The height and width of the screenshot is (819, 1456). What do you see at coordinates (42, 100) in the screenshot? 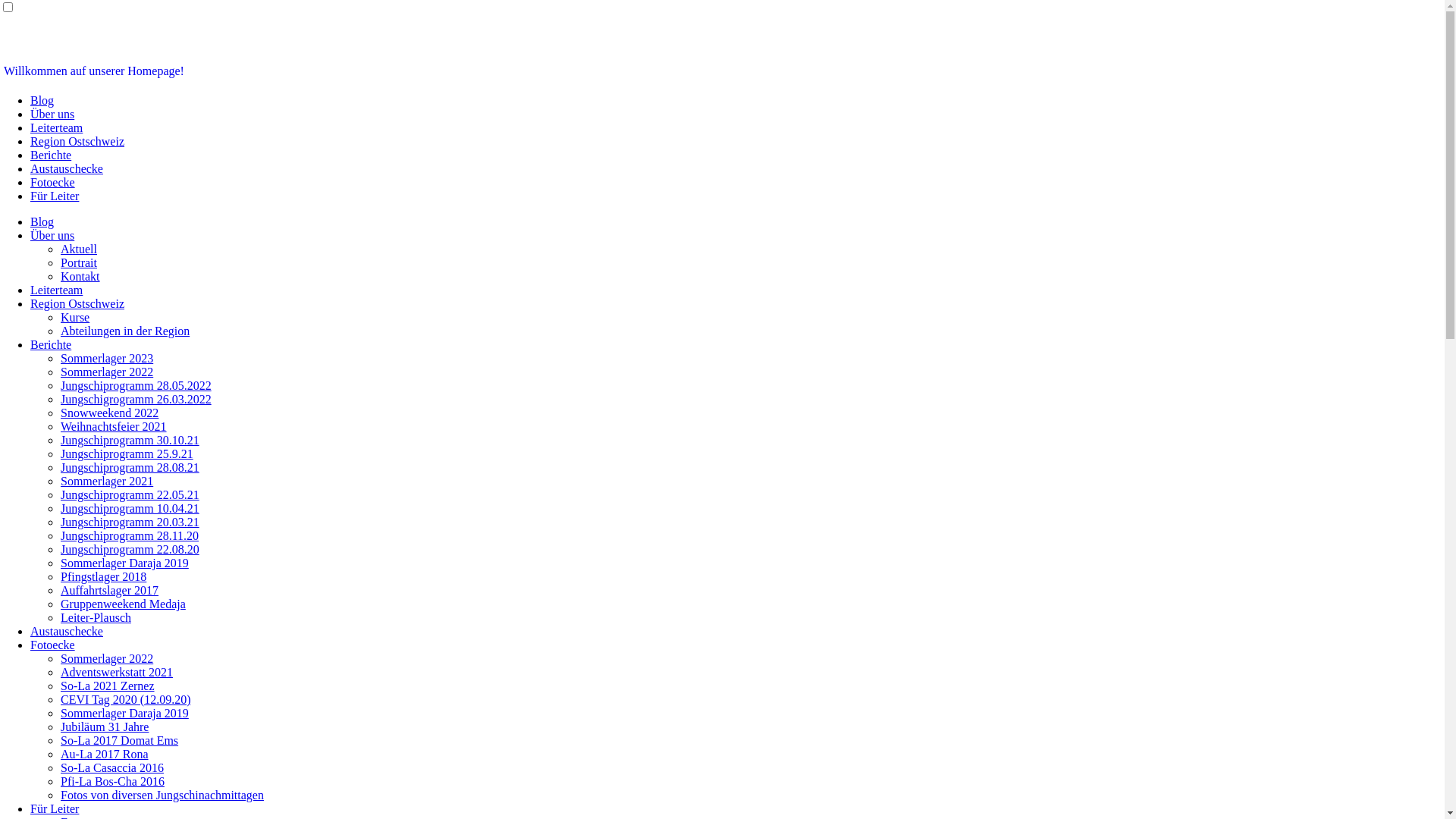
I see `'Blog'` at bounding box center [42, 100].